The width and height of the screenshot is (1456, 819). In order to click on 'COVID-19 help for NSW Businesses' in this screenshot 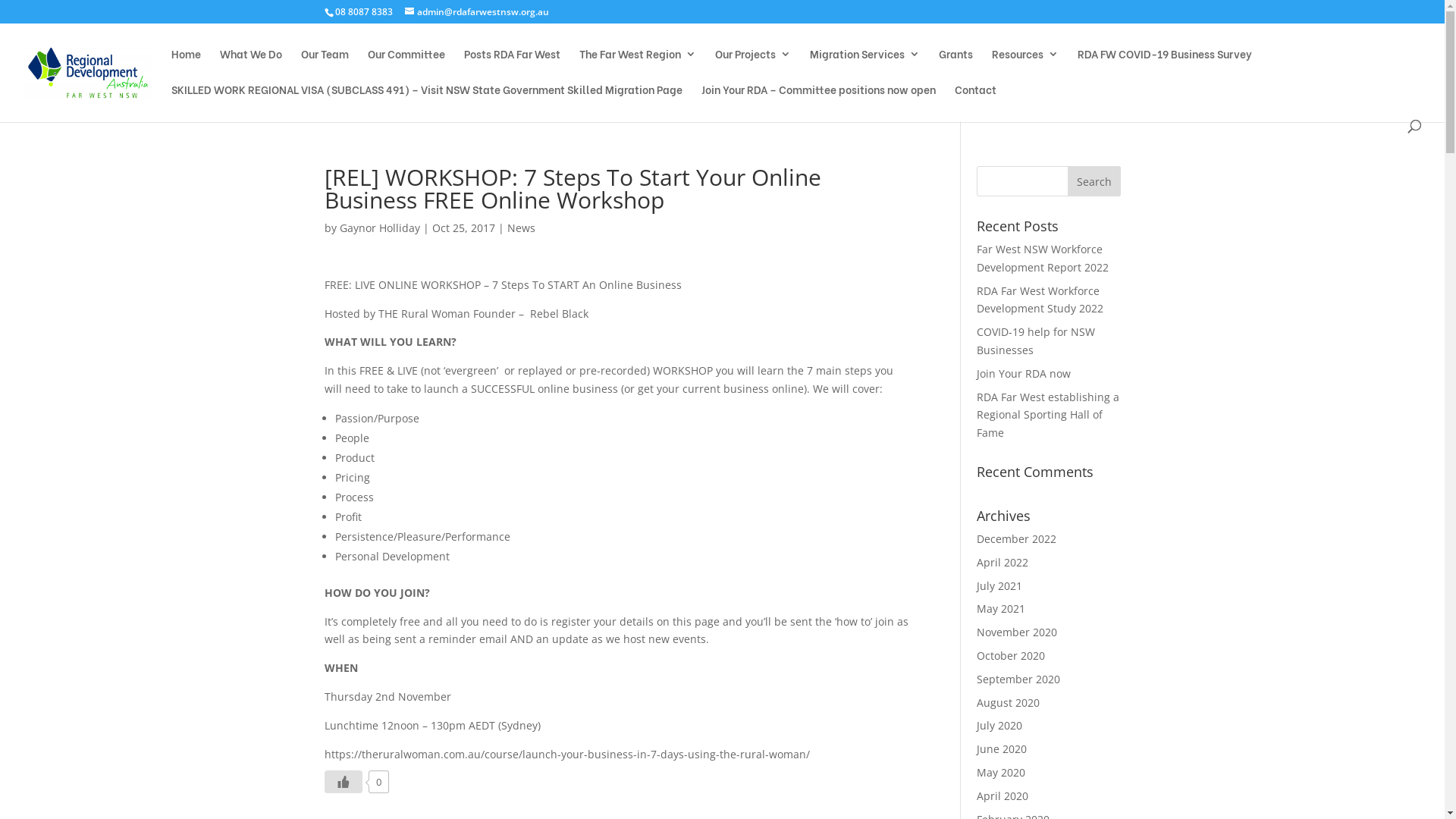, I will do `click(1035, 340)`.